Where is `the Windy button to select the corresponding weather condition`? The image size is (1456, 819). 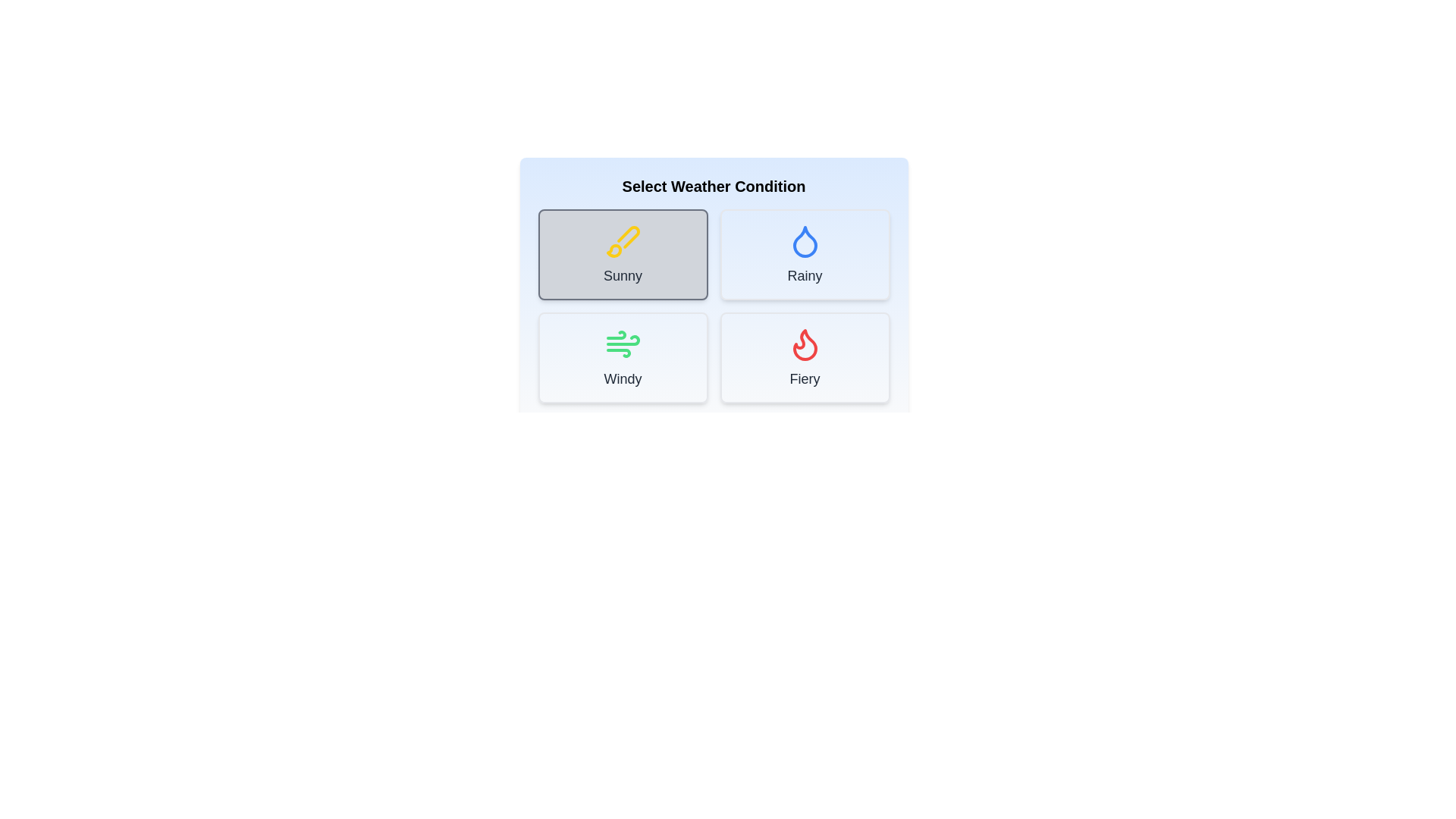
the Windy button to select the corresponding weather condition is located at coordinates (623, 357).